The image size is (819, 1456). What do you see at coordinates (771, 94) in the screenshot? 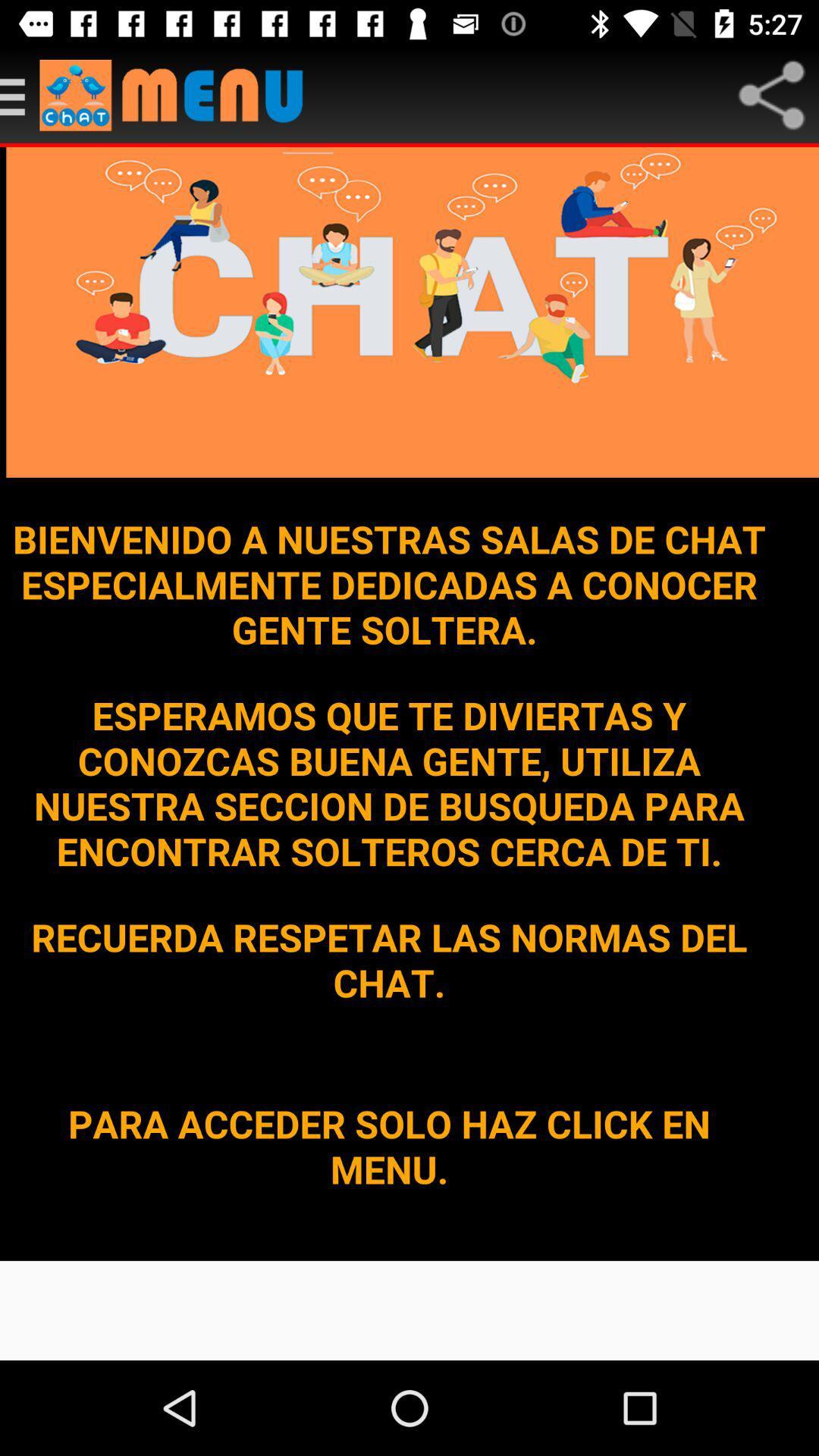
I see `share` at bounding box center [771, 94].